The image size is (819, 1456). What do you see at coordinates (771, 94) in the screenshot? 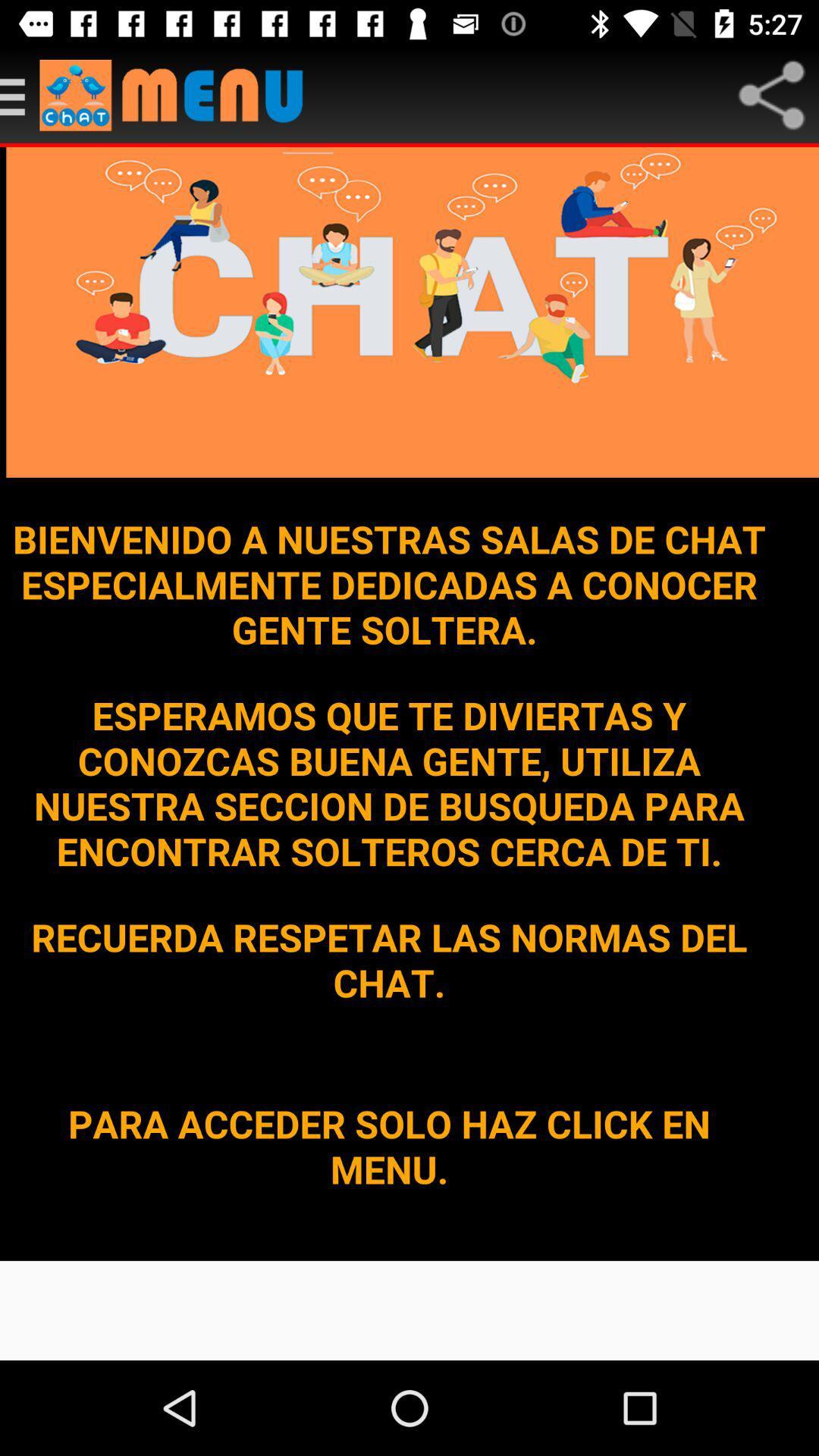
I see `share` at bounding box center [771, 94].